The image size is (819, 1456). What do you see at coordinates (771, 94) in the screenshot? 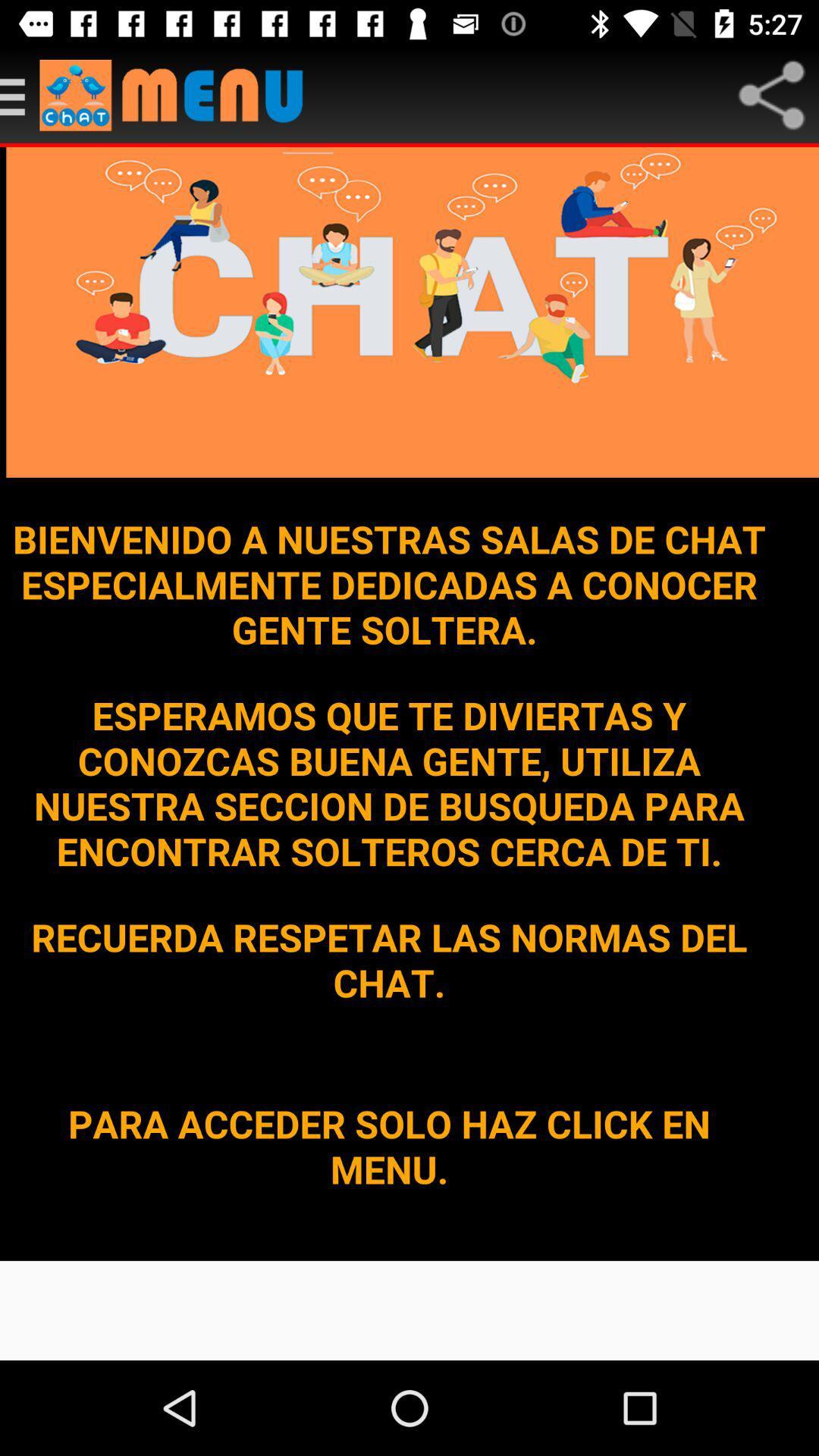
I see `share` at bounding box center [771, 94].